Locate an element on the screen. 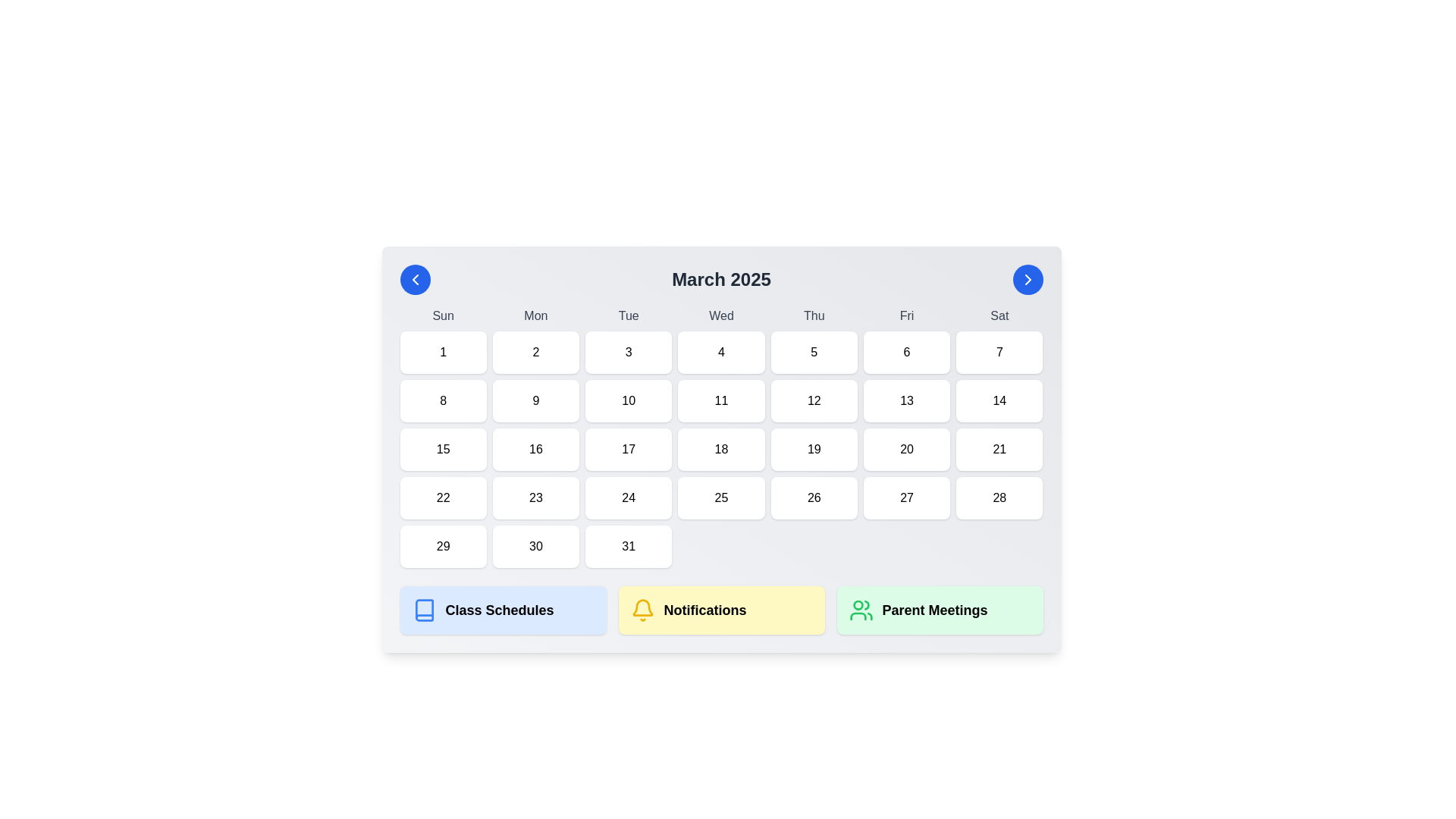  the text label 'Mon' which is styled in black with medium font weight, located in the grid of day names at the top of the calendar, specifically positioned between 'Sun' and 'Tue' is located at coordinates (535, 315).